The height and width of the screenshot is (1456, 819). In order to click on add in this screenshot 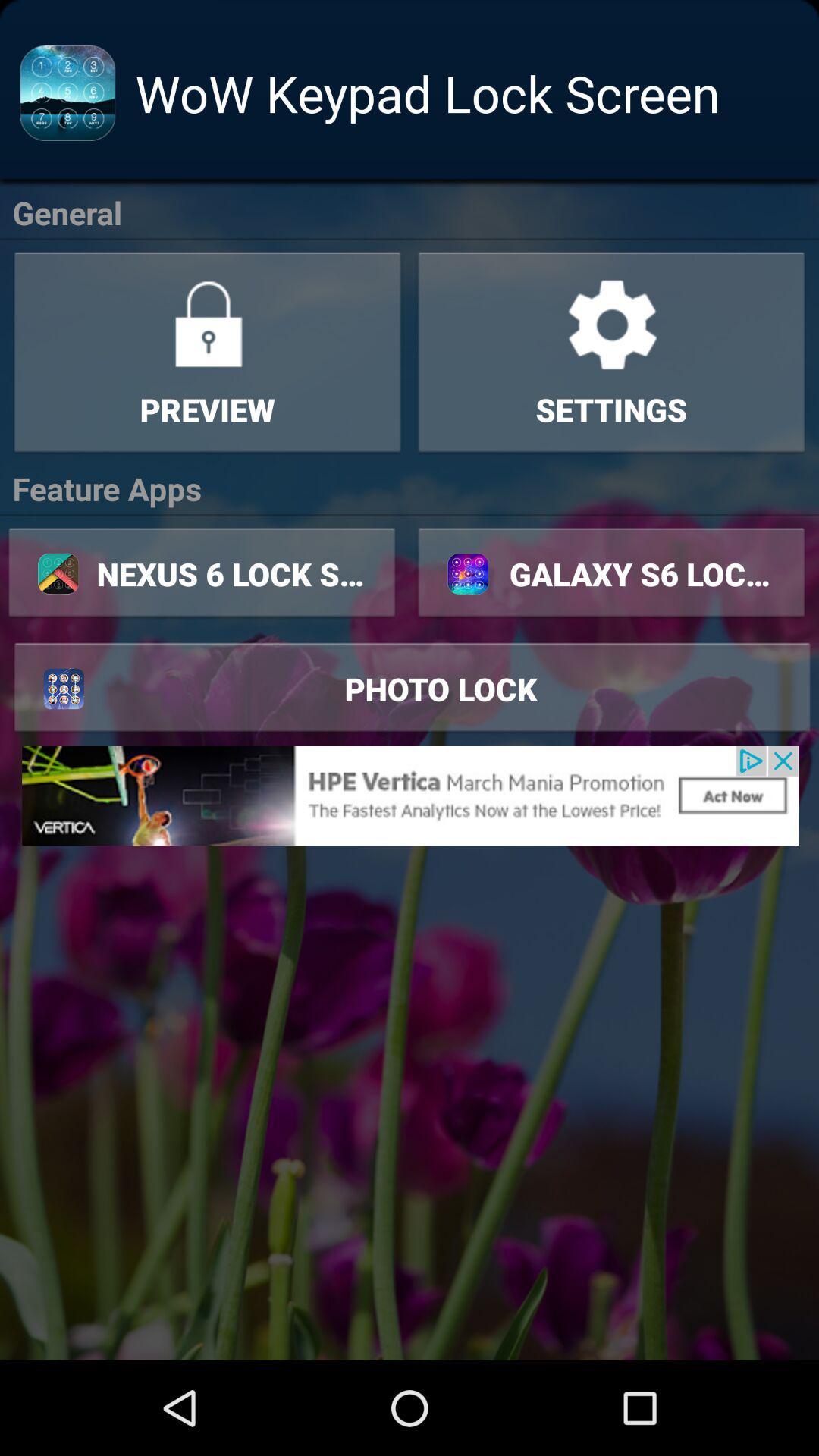, I will do `click(409, 795)`.